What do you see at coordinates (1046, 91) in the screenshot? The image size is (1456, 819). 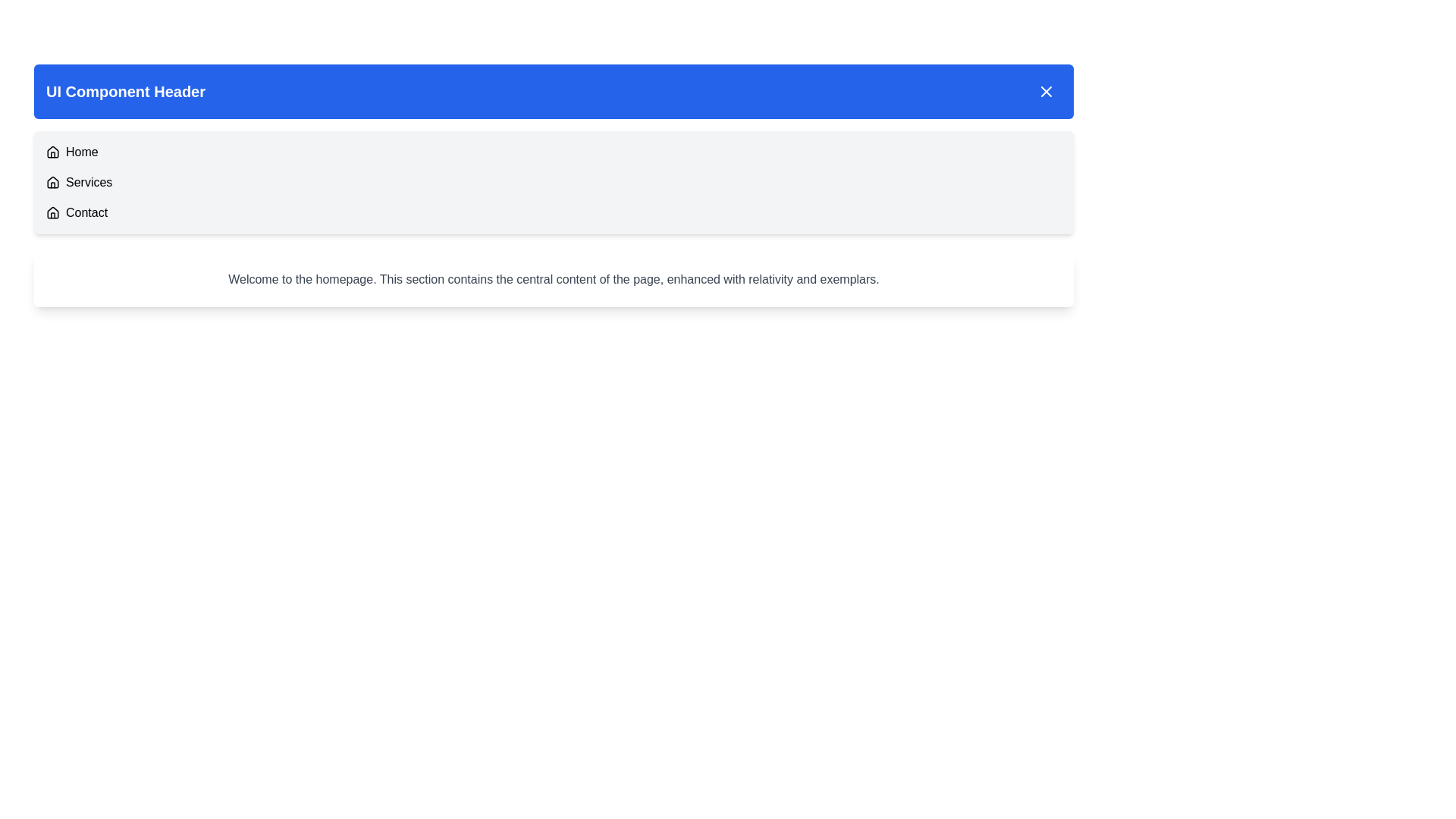 I see `the Close button icon, which is a small cross icon located at the top-right corner of the solid blue rectangular header` at bounding box center [1046, 91].